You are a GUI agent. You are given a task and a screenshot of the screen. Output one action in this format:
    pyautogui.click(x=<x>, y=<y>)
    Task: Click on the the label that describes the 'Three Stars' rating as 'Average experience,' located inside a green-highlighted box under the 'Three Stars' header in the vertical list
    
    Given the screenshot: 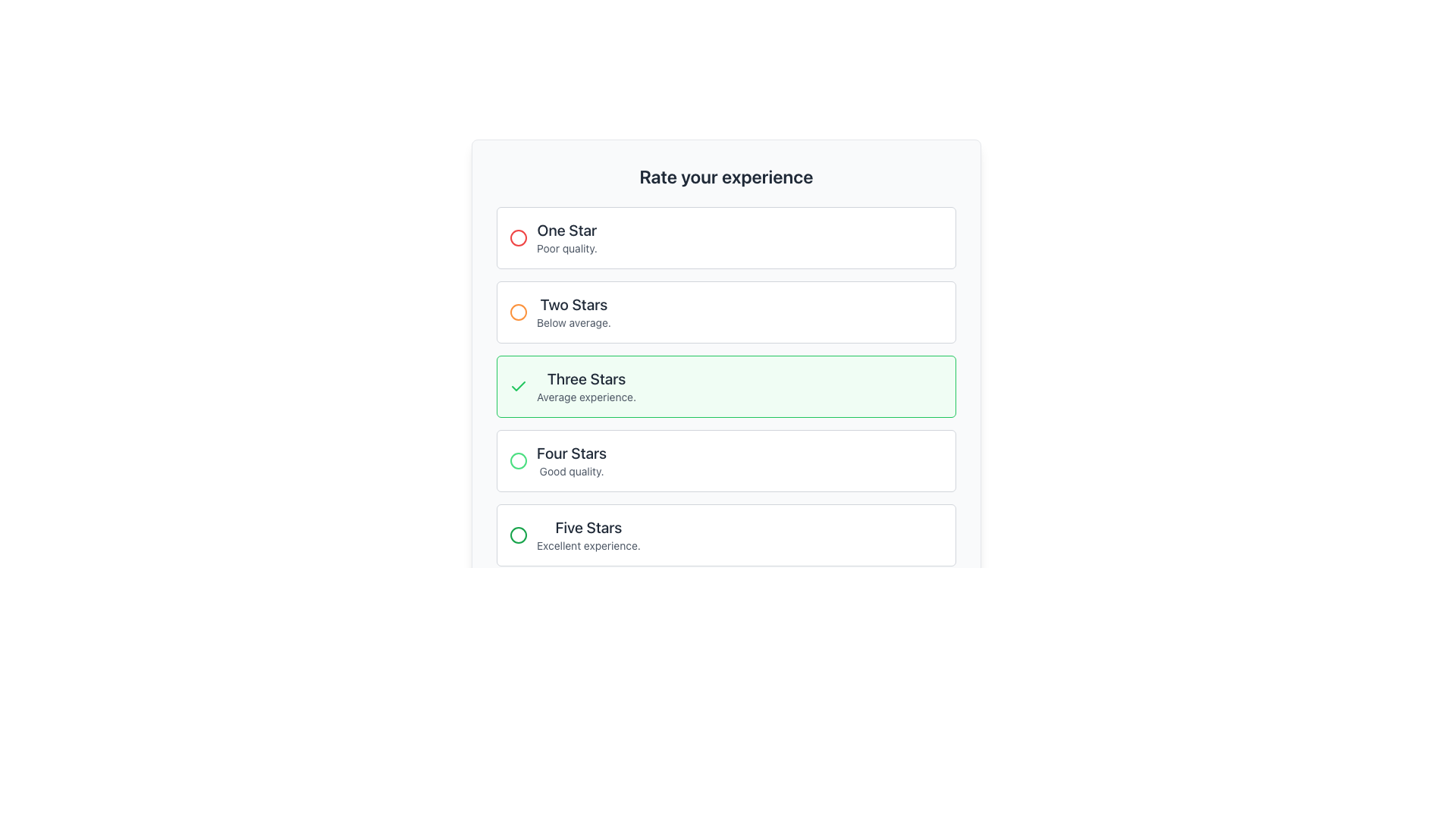 What is the action you would take?
    pyautogui.click(x=585, y=397)
    